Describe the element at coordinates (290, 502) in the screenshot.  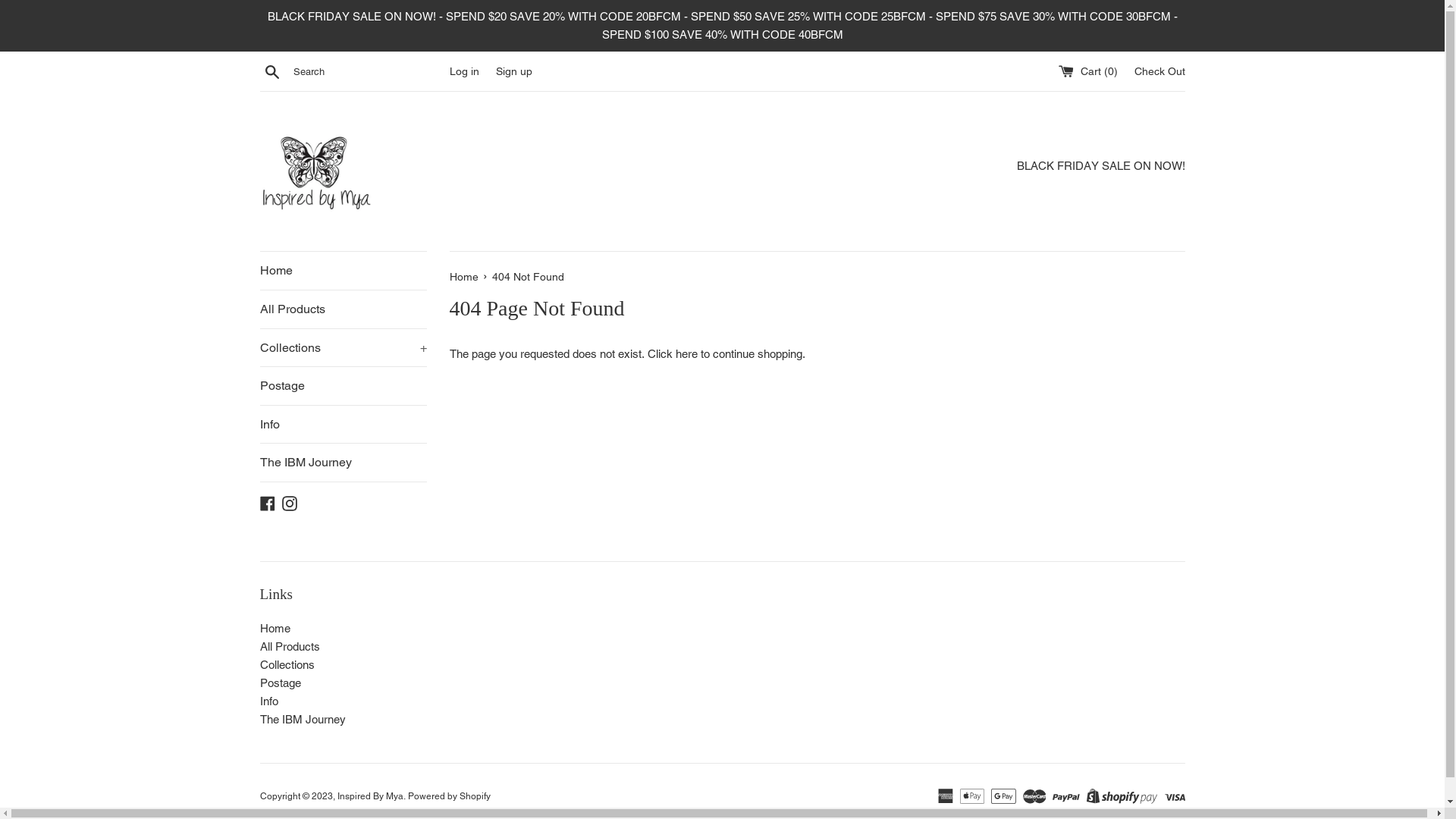
I see `'Instagram'` at that location.